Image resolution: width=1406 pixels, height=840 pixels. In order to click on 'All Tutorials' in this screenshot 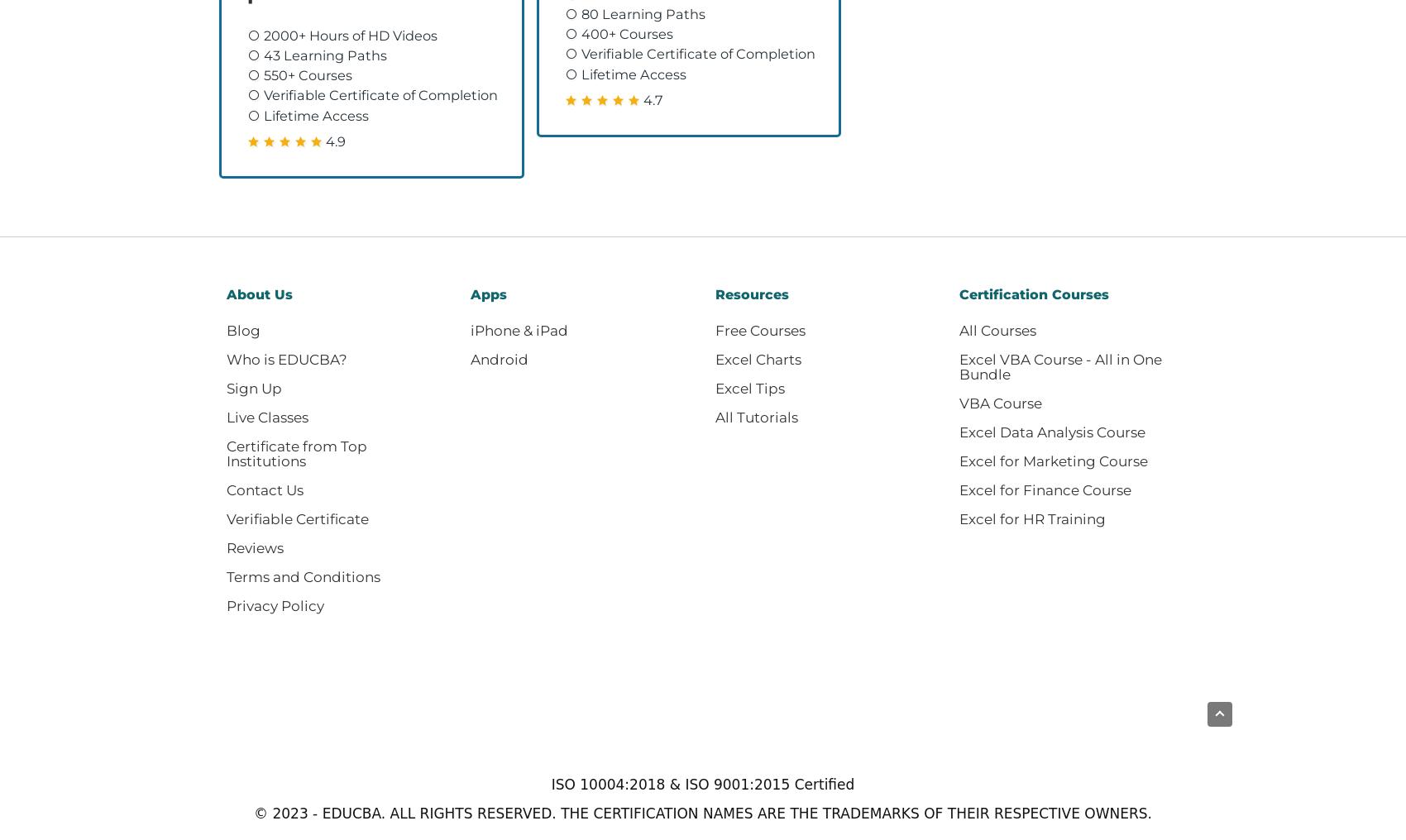, I will do `click(714, 417)`.